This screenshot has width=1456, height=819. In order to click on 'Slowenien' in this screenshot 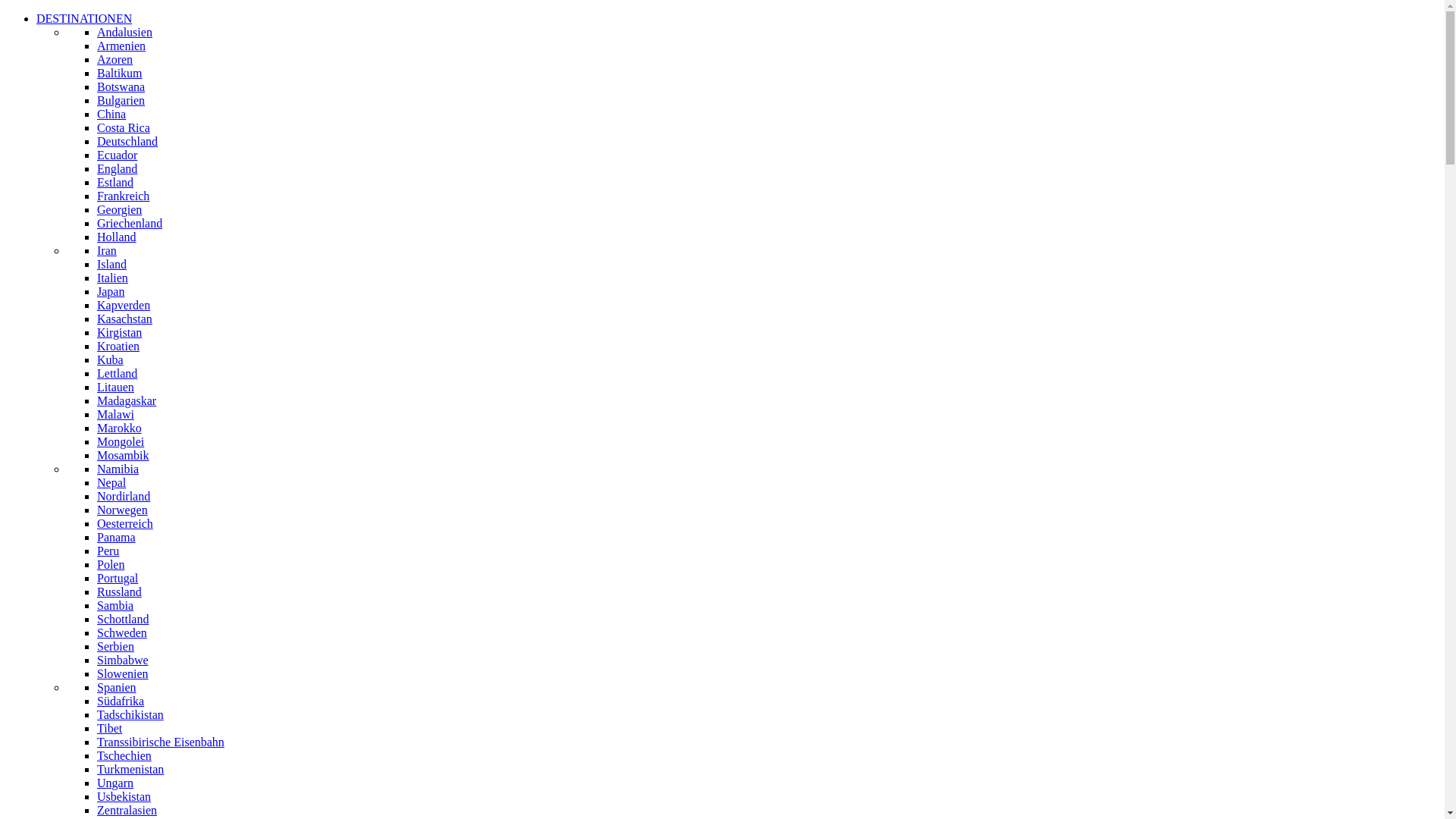, I will do `click(96, 673)`.